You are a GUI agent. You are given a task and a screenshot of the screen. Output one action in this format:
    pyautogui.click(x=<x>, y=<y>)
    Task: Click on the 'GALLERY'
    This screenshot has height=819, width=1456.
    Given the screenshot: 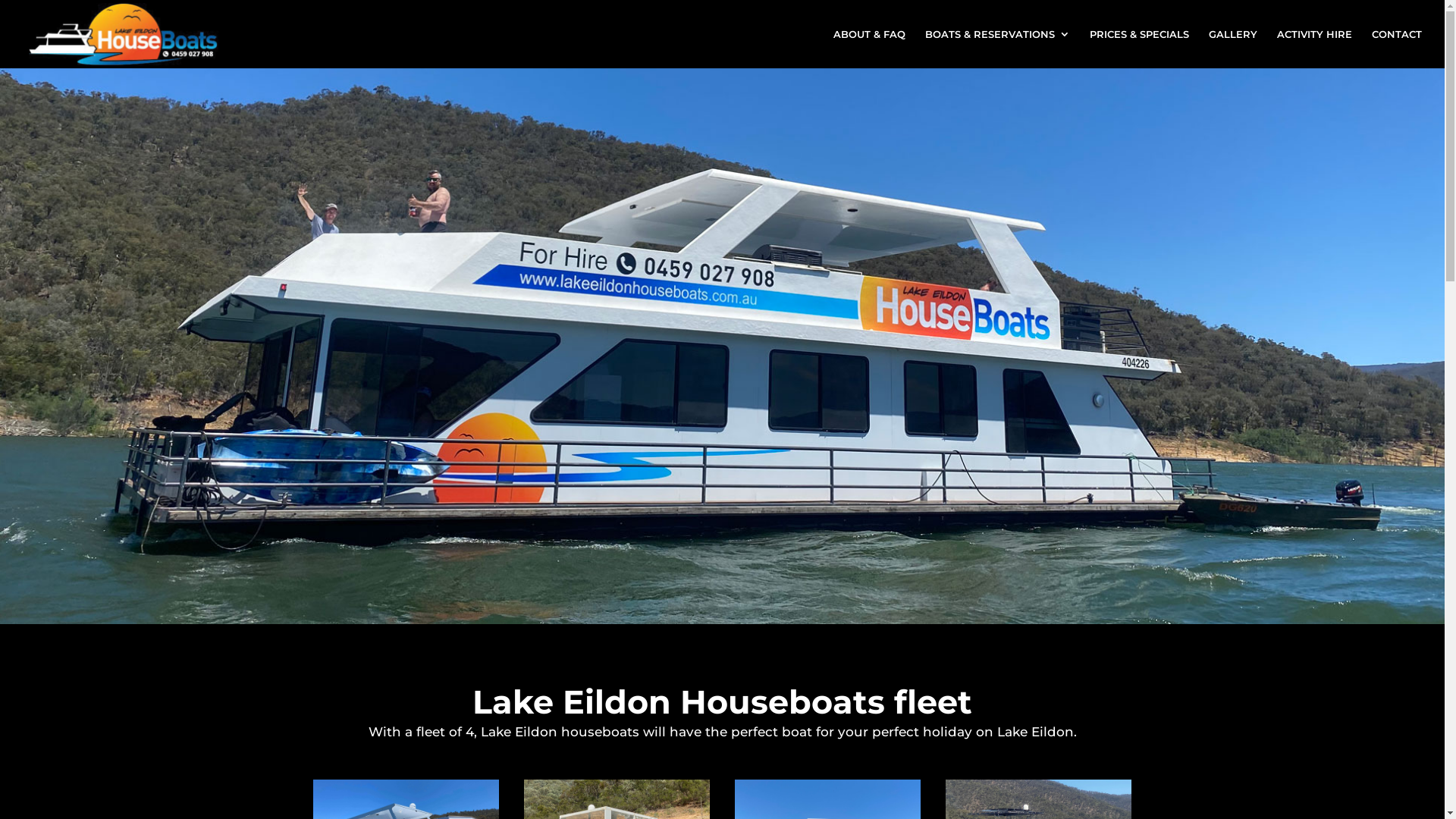 What is the action you would take?
    pyautogui.click(x=1233, y=48)
    